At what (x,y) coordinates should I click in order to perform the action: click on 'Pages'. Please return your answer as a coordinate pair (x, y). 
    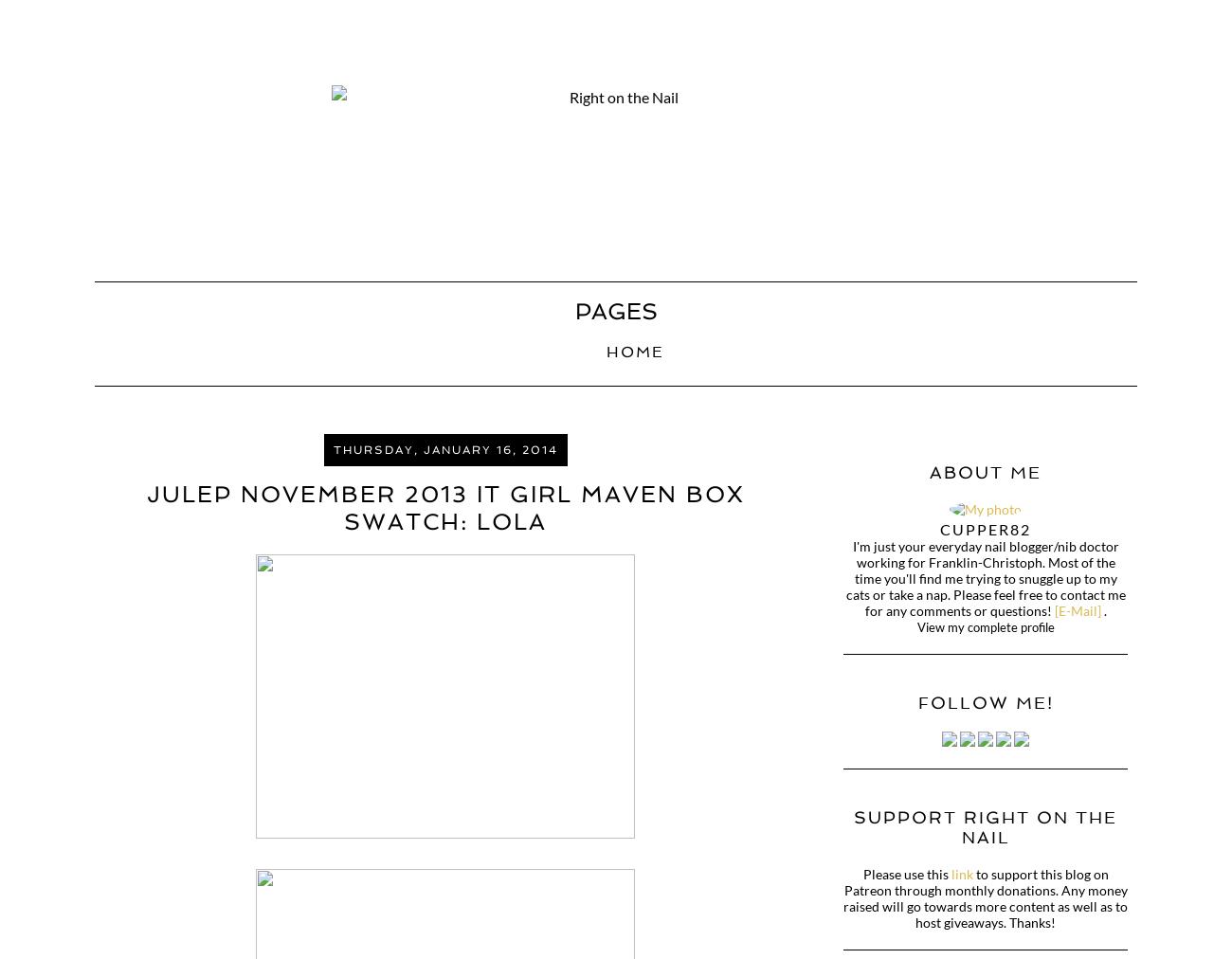
    Looking at the image, I should click on (615, 310).